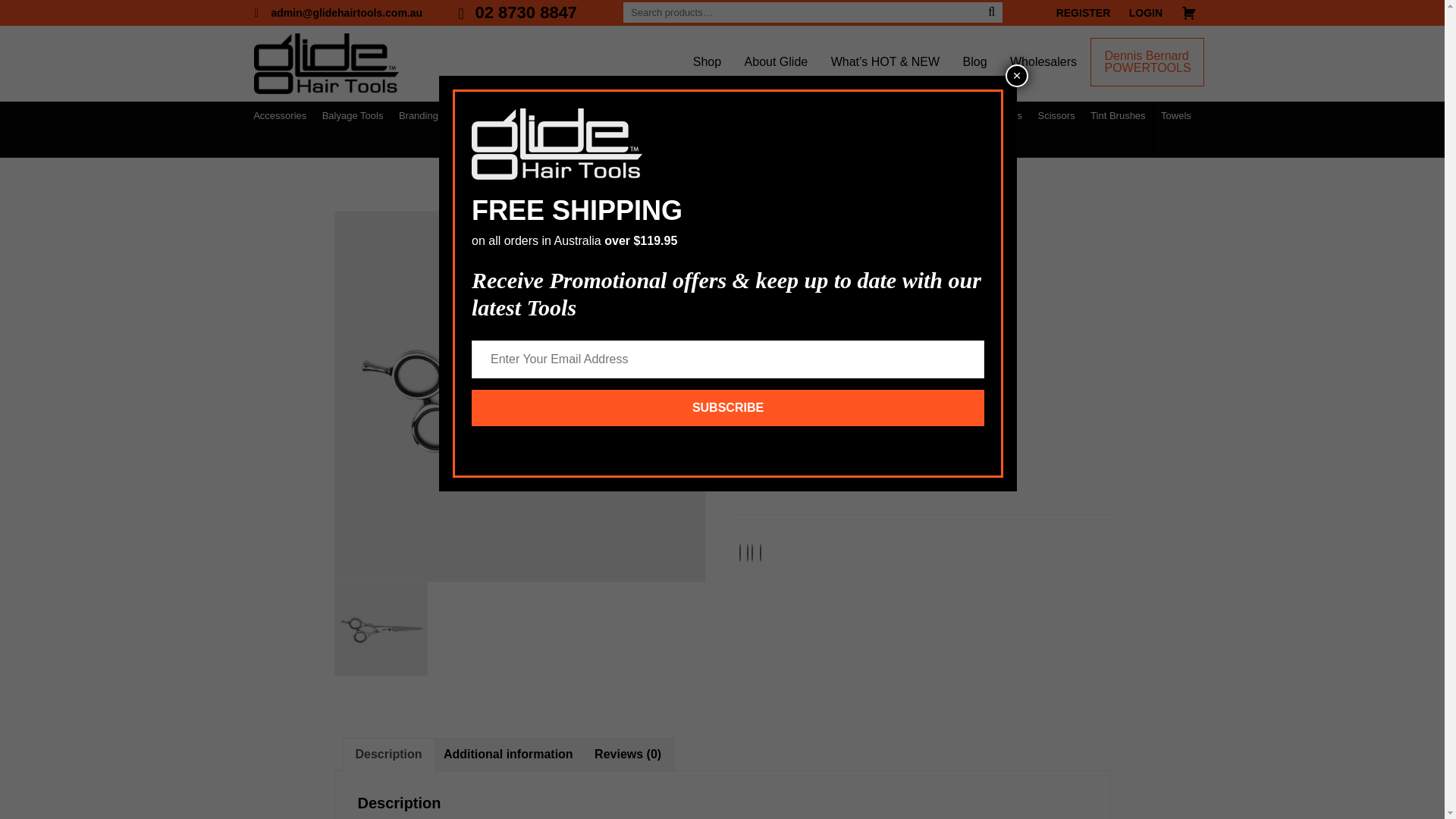 This screenshot has height=819, width=1456. What do you see at coordinates (1083, 12) in the screenshot?
I see `'REGISTER'` at bounding box center [1083, 12].